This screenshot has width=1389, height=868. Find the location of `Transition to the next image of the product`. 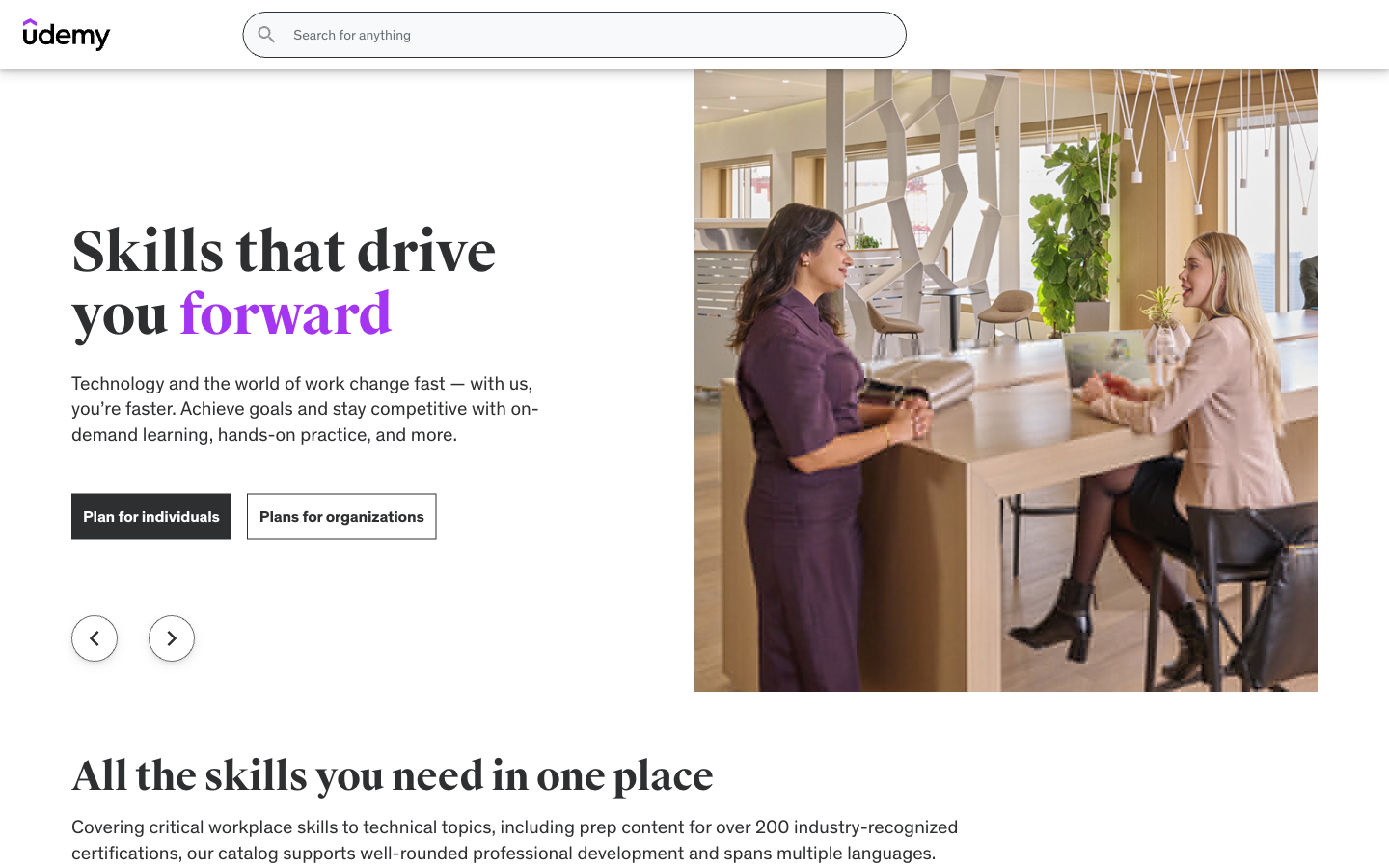

Transition to the next image of the product is located at coordinates (815, 496).